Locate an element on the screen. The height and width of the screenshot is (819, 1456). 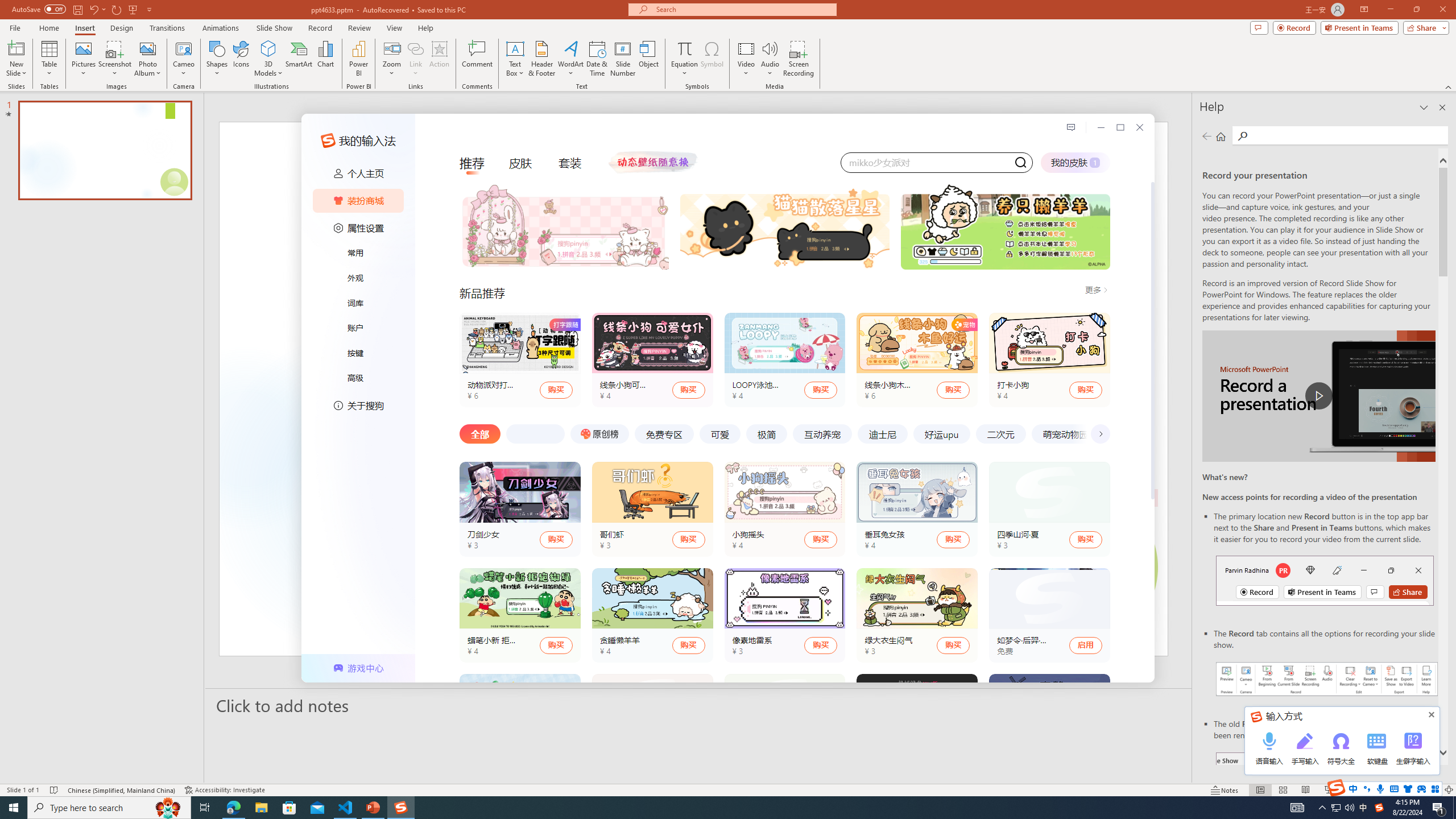
'Symbol...' is located at coordinates (712, 59).